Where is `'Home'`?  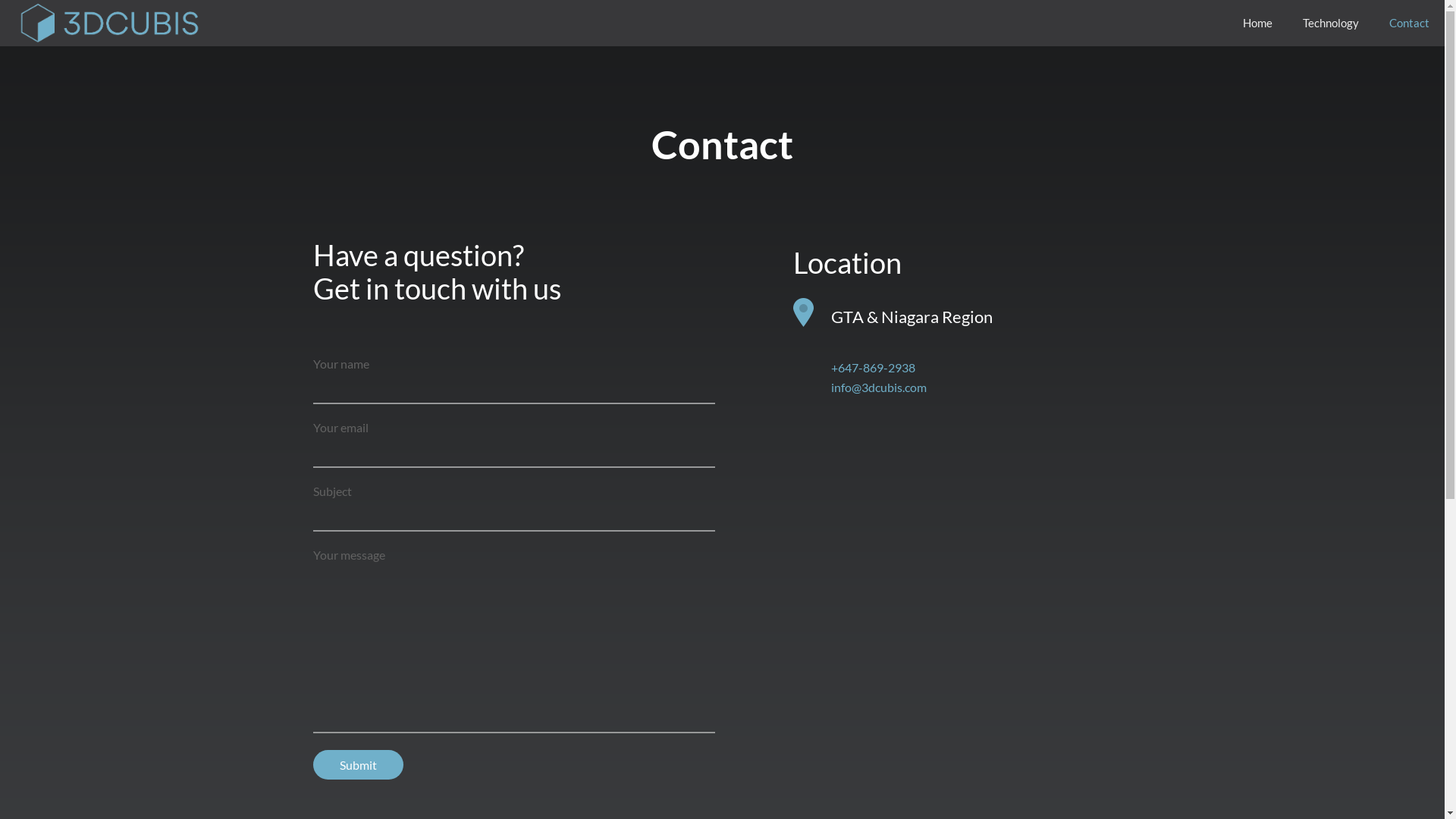
'Home' is located at coordinates (1257, 23).